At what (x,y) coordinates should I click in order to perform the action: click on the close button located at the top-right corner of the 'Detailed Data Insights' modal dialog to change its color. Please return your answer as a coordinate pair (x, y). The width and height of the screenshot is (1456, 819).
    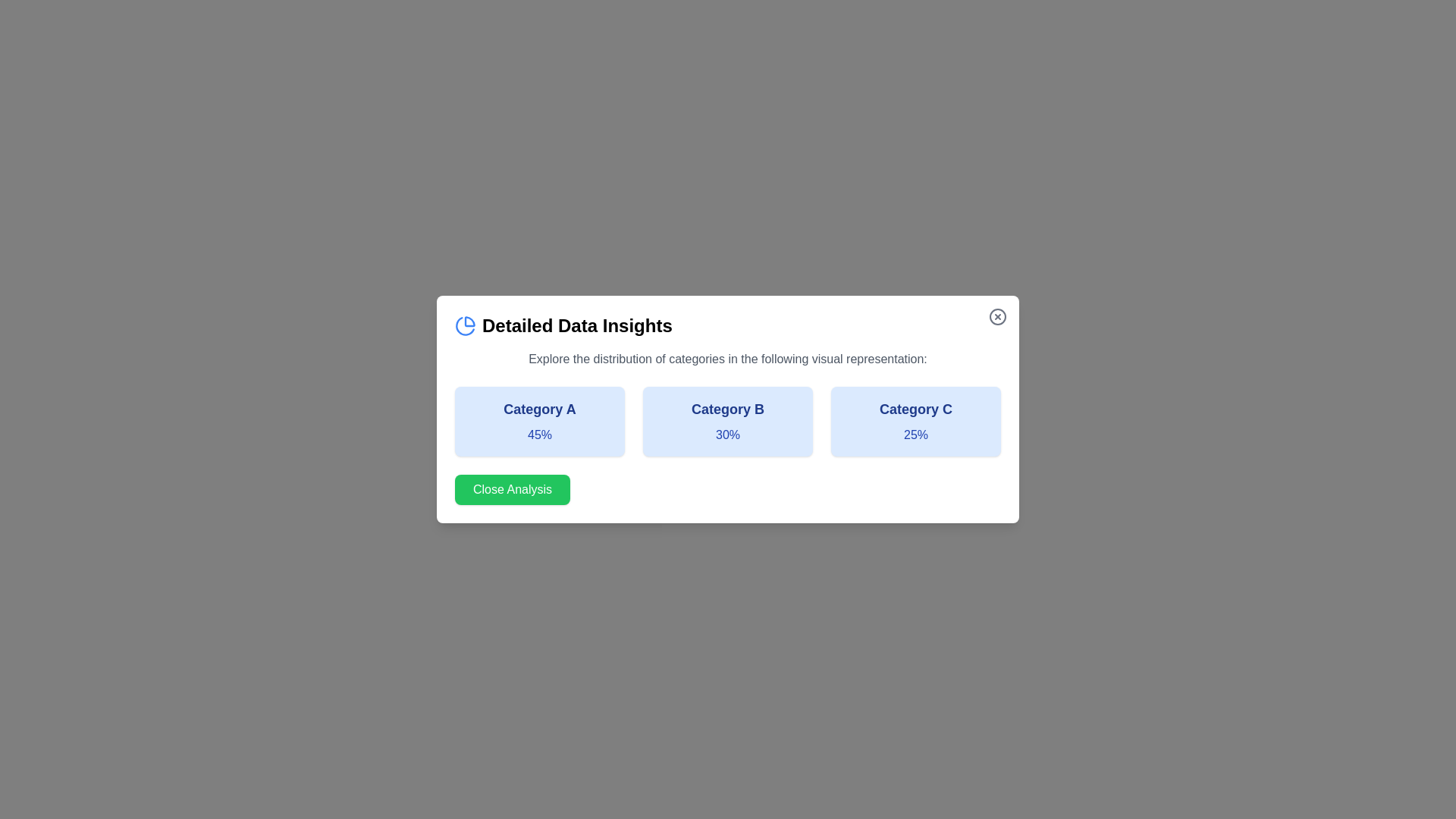
    Looking at the image, I should click on (997, 315).